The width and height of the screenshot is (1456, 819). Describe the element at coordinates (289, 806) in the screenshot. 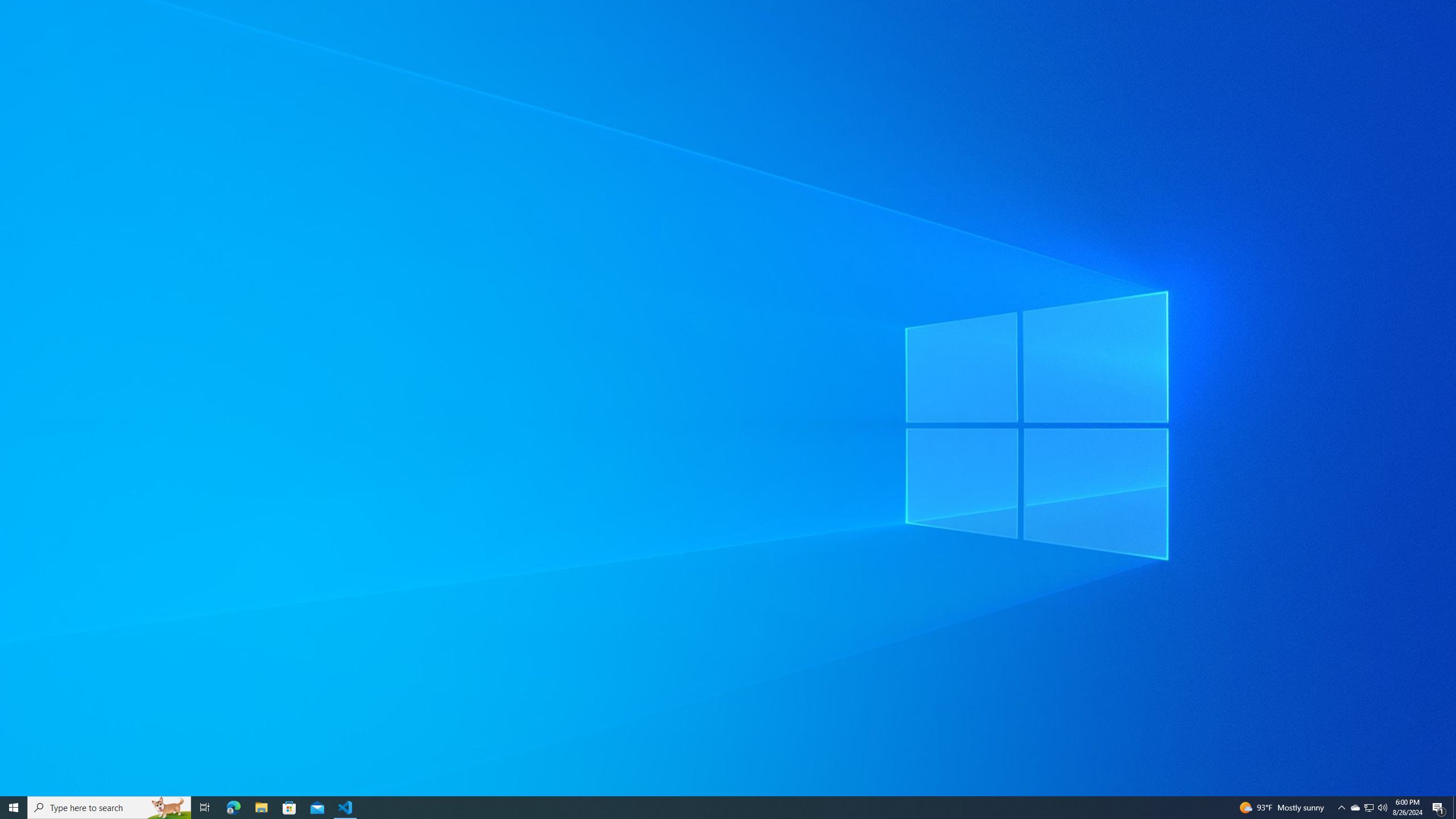

I see `'Microsoft Store'` at that location.